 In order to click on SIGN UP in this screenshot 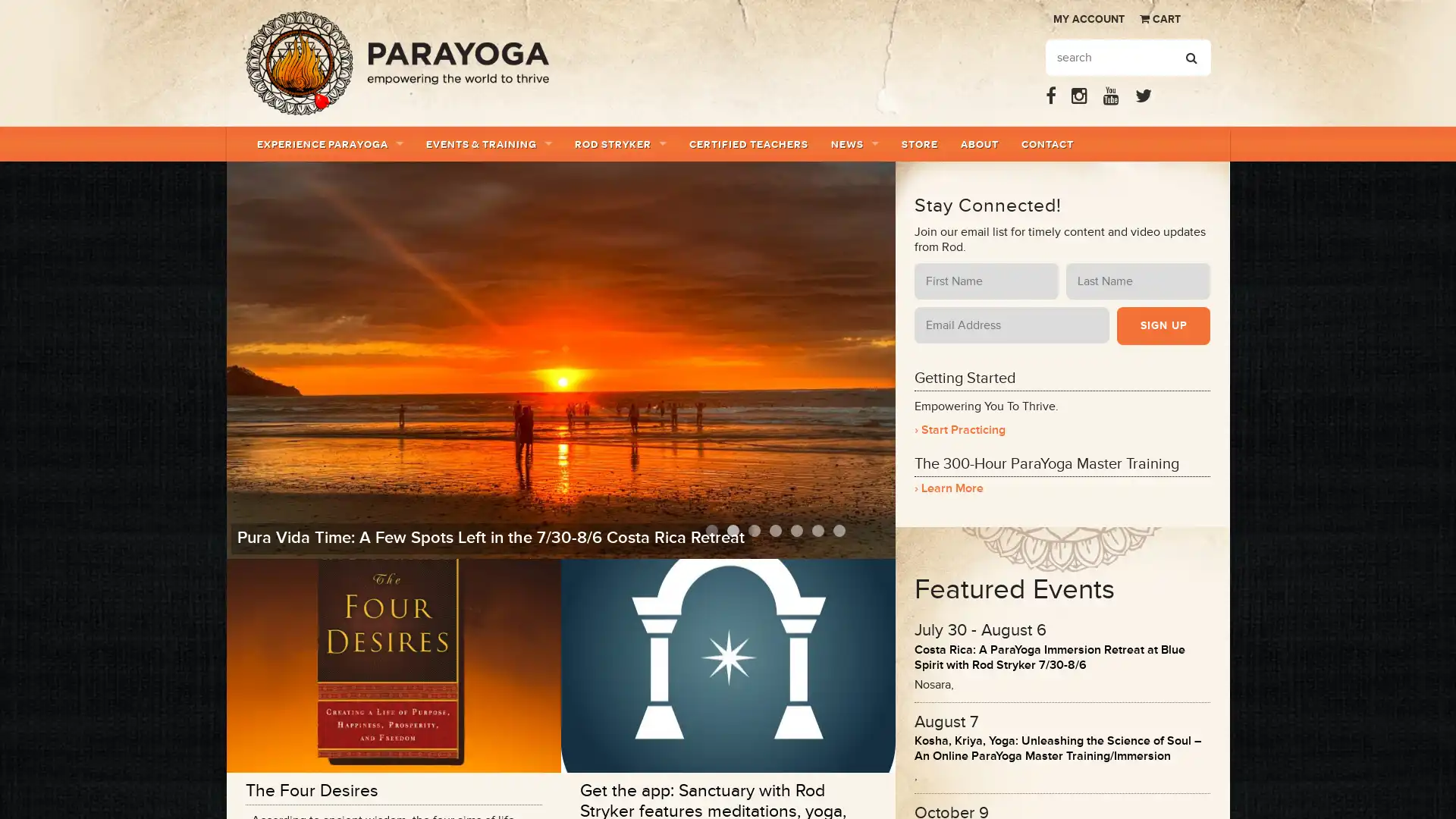, I will do `click(1163, 325)`.